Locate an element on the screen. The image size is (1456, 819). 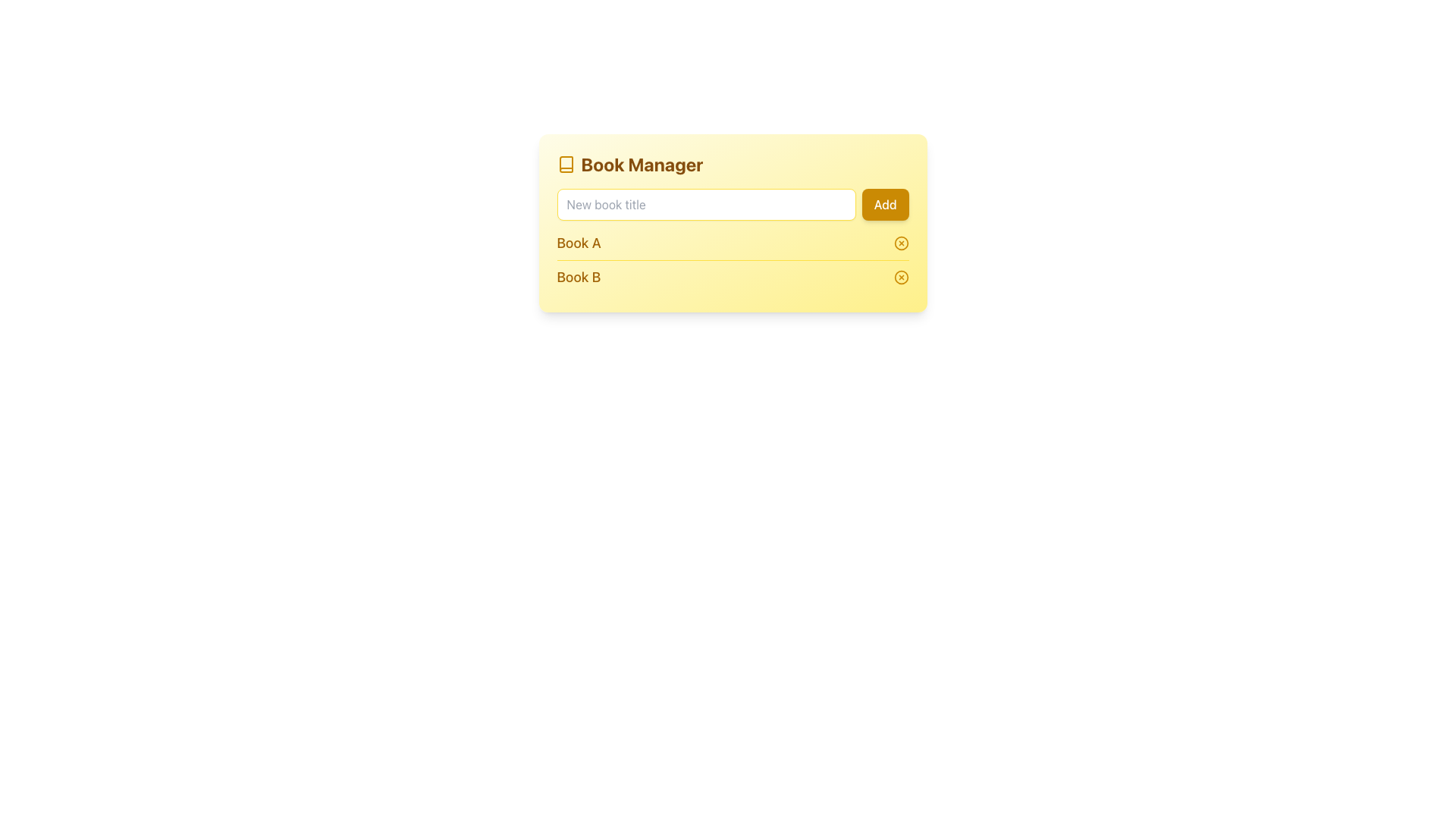
the label displaying 'Book A' in the yellow-themed interface located in the upper portion of the 'Book Manager' section is located at coordinates (578, 242).